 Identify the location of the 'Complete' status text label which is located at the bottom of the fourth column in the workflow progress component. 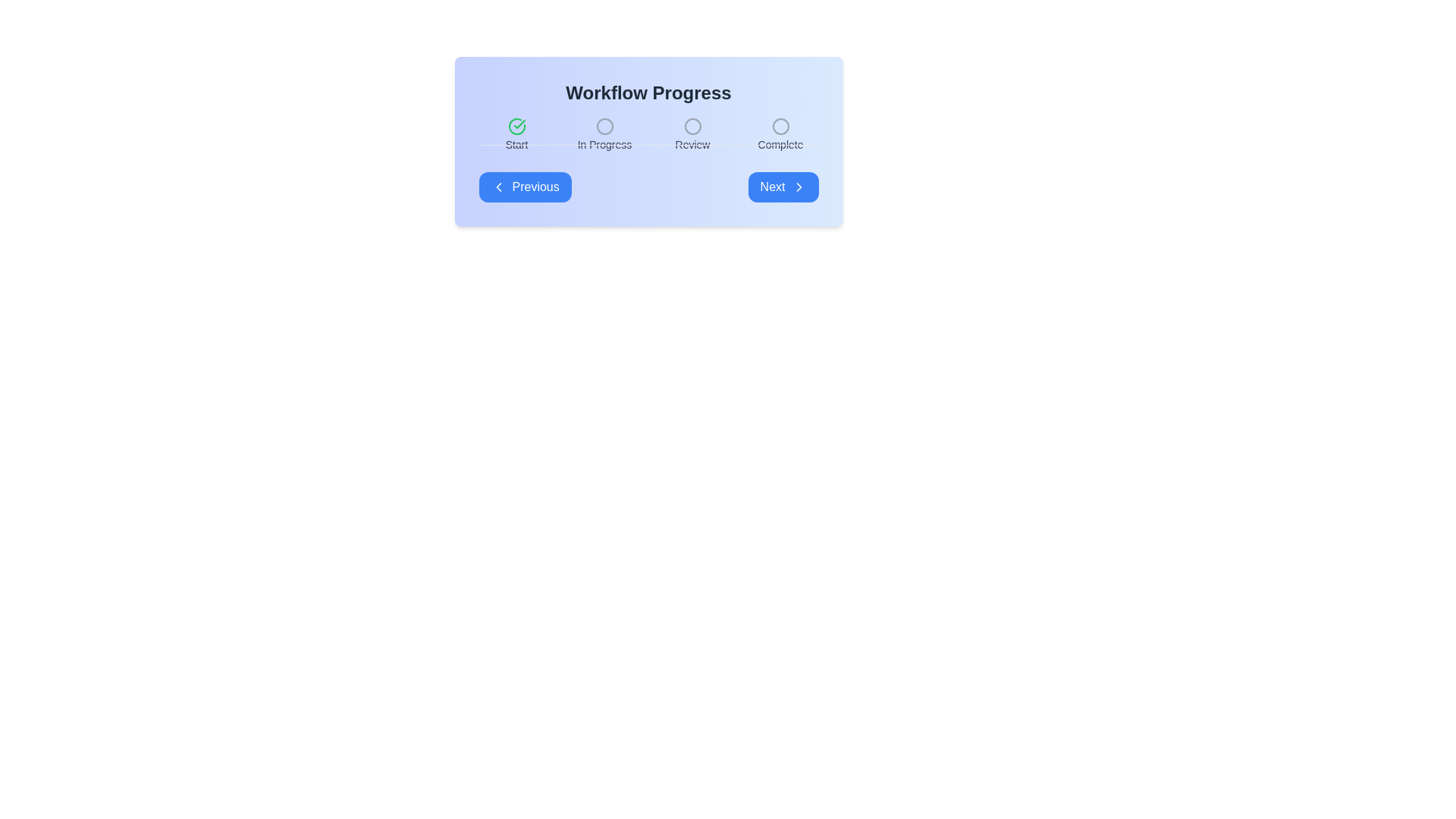
(780, 145).